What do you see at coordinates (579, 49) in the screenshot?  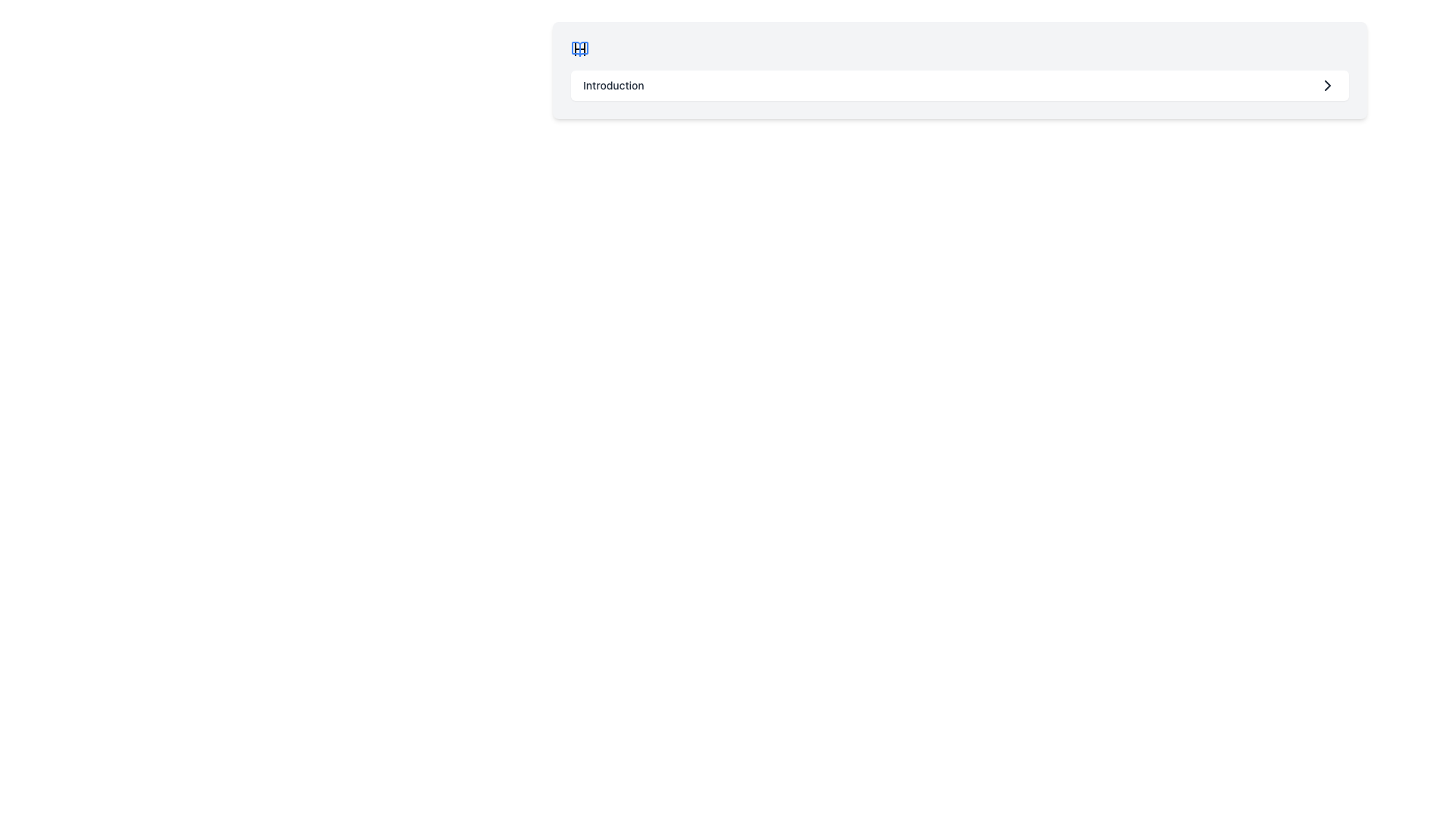 I see `the open-book icon styled in blue located at the top-left corner of the 'Introduction' section, positioned before the heading text` at bounding box center [579, 49].